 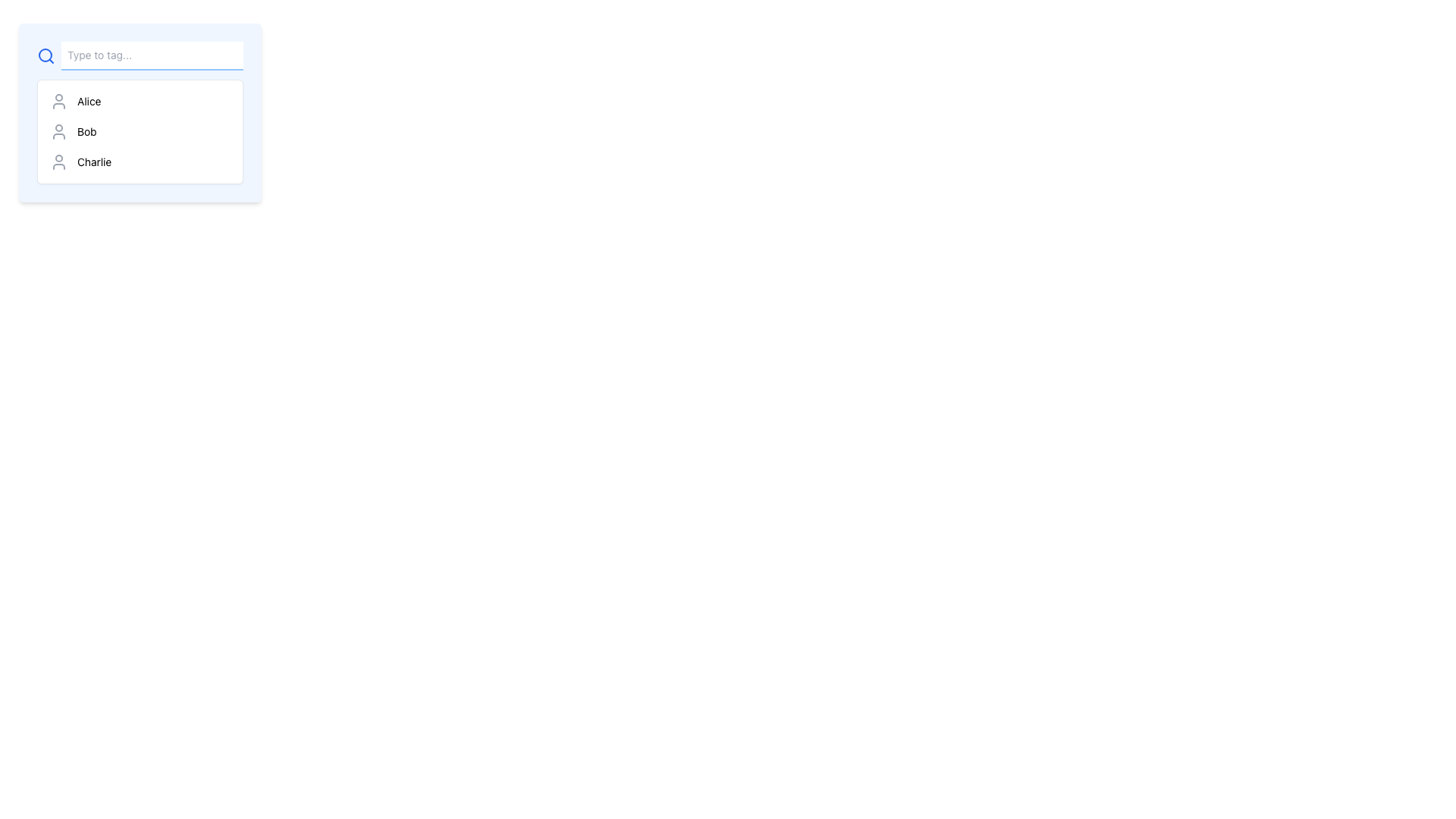 What do you see at coordinates (58, 102) in the screenshot?
I see `the user icon associated with 'Alice'` at bounding box center [58, 102].